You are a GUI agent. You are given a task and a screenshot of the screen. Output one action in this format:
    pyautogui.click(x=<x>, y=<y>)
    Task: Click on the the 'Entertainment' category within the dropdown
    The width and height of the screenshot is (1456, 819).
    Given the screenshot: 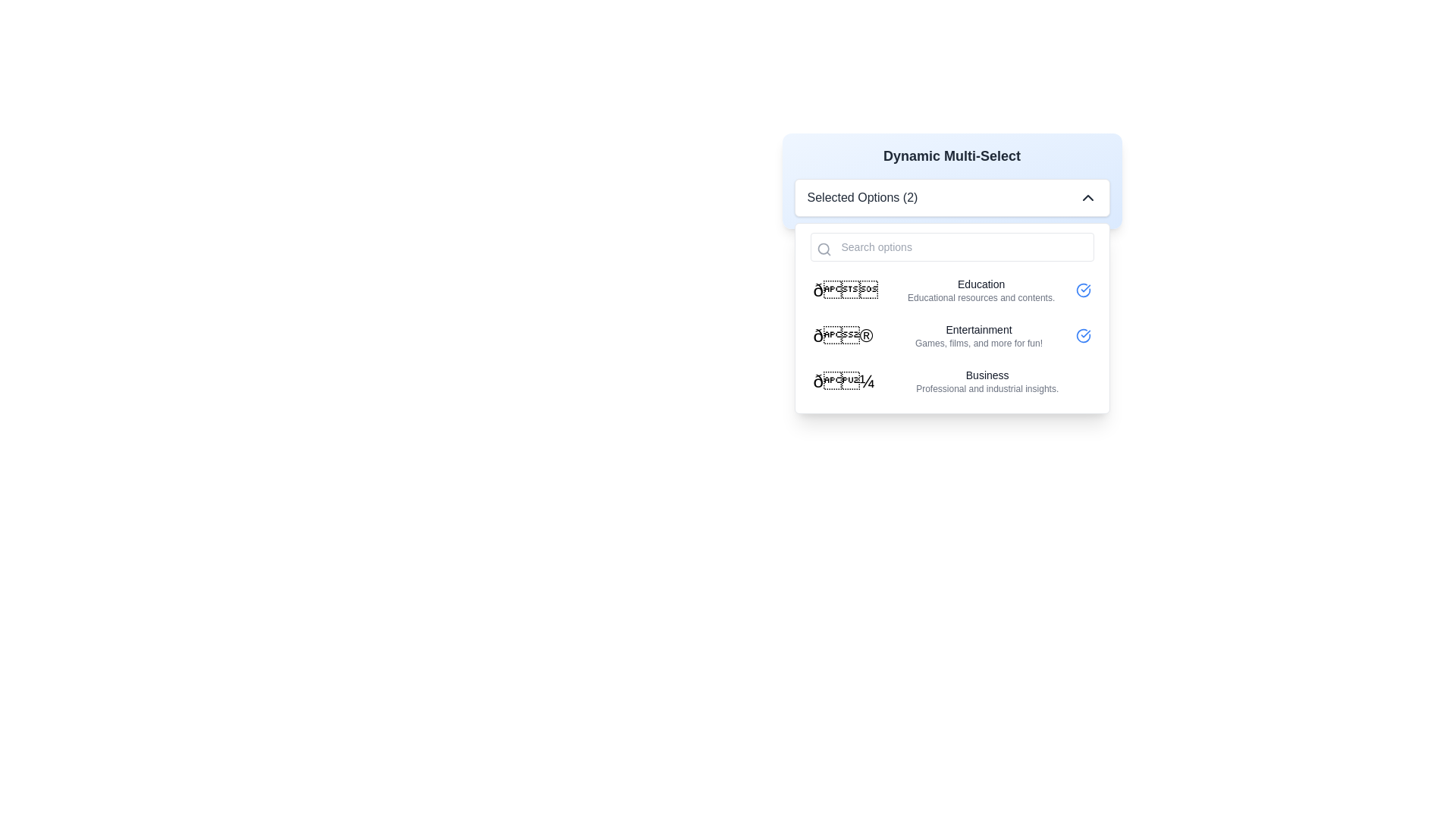 What is the action you would take?
    pyautogui.click(x=951, y=335)
    